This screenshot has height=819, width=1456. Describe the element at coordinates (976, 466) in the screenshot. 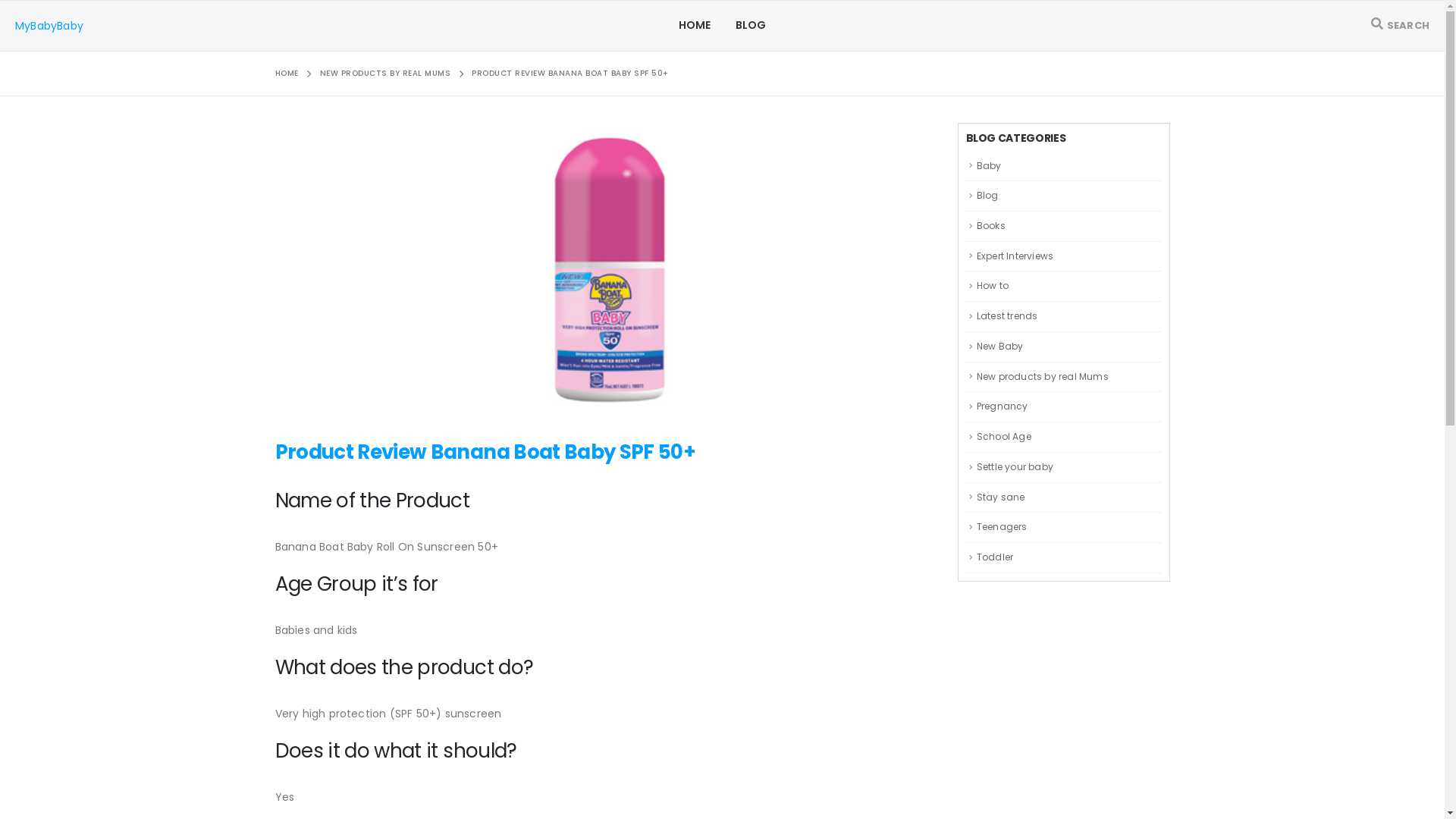

I see `'Settle your baby'` at that location.